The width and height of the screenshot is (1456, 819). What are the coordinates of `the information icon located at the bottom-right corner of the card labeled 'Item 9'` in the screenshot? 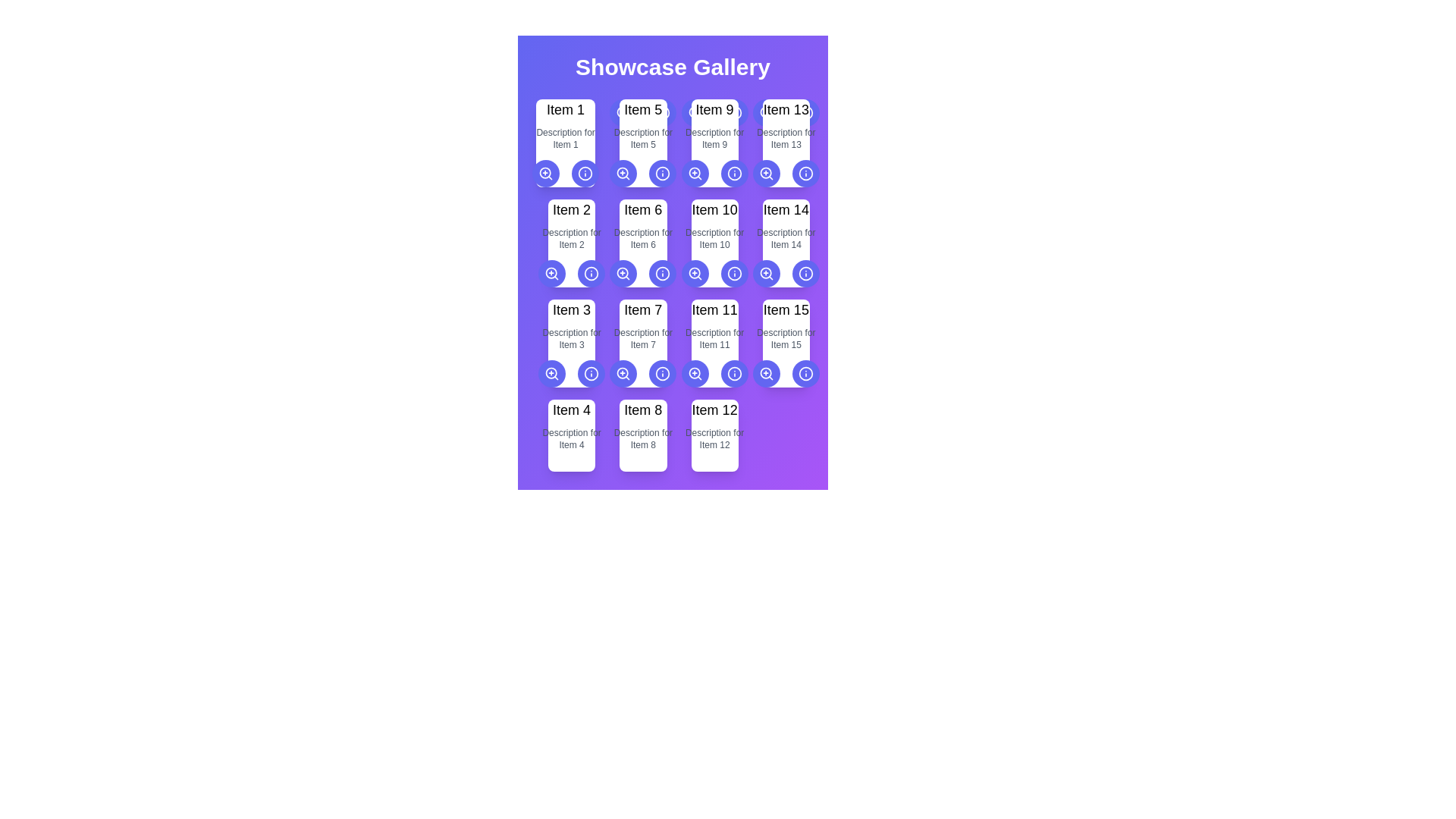 It's located at (734, 112).